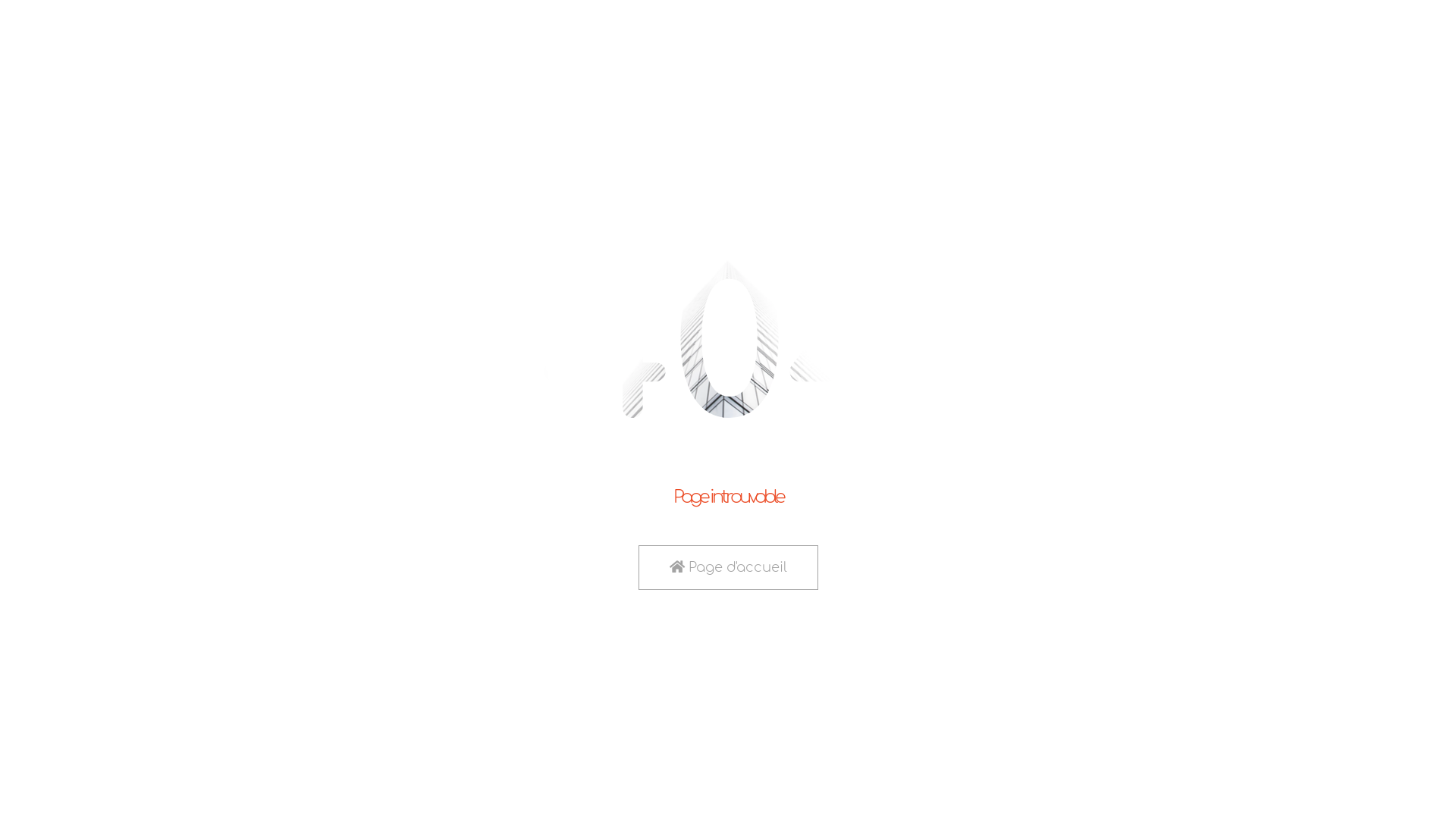 The image size is (1456, 819). I want to click on 'Page d'accueil', so click(728, 567).